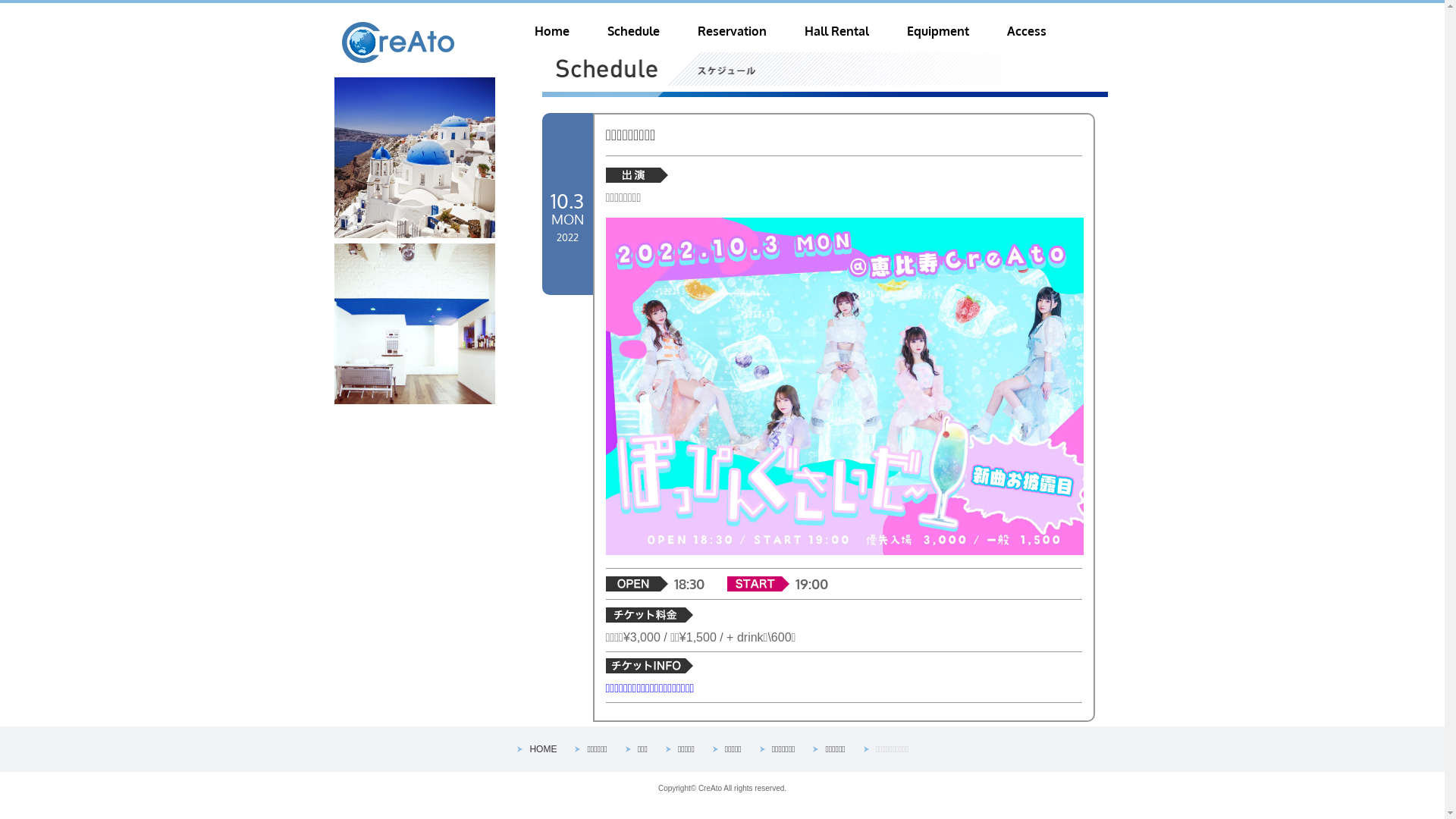 Image resolution: width=1456 pixels, height=819 pixels. Describe the element at coordinates (632, 31) in the screenshot. I see `'Schedule'` at that location.